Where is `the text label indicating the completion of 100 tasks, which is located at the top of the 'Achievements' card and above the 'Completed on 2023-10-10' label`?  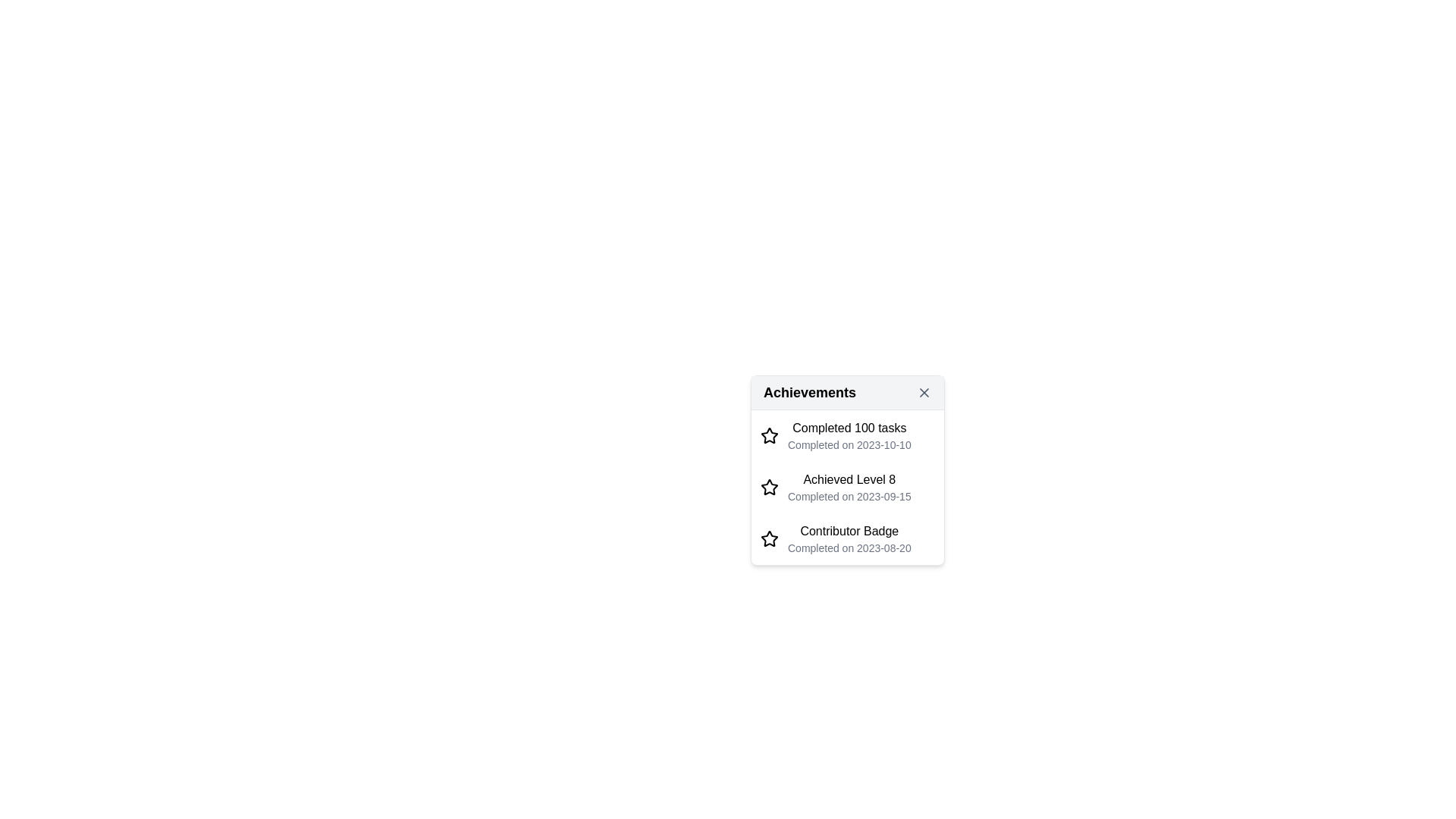 the text label indicating the completion of 100 tasks, which is located at the top of the 'Achievements' card and above the 'Completed on 2023-10-10' label is located at coordinates (849, 428).